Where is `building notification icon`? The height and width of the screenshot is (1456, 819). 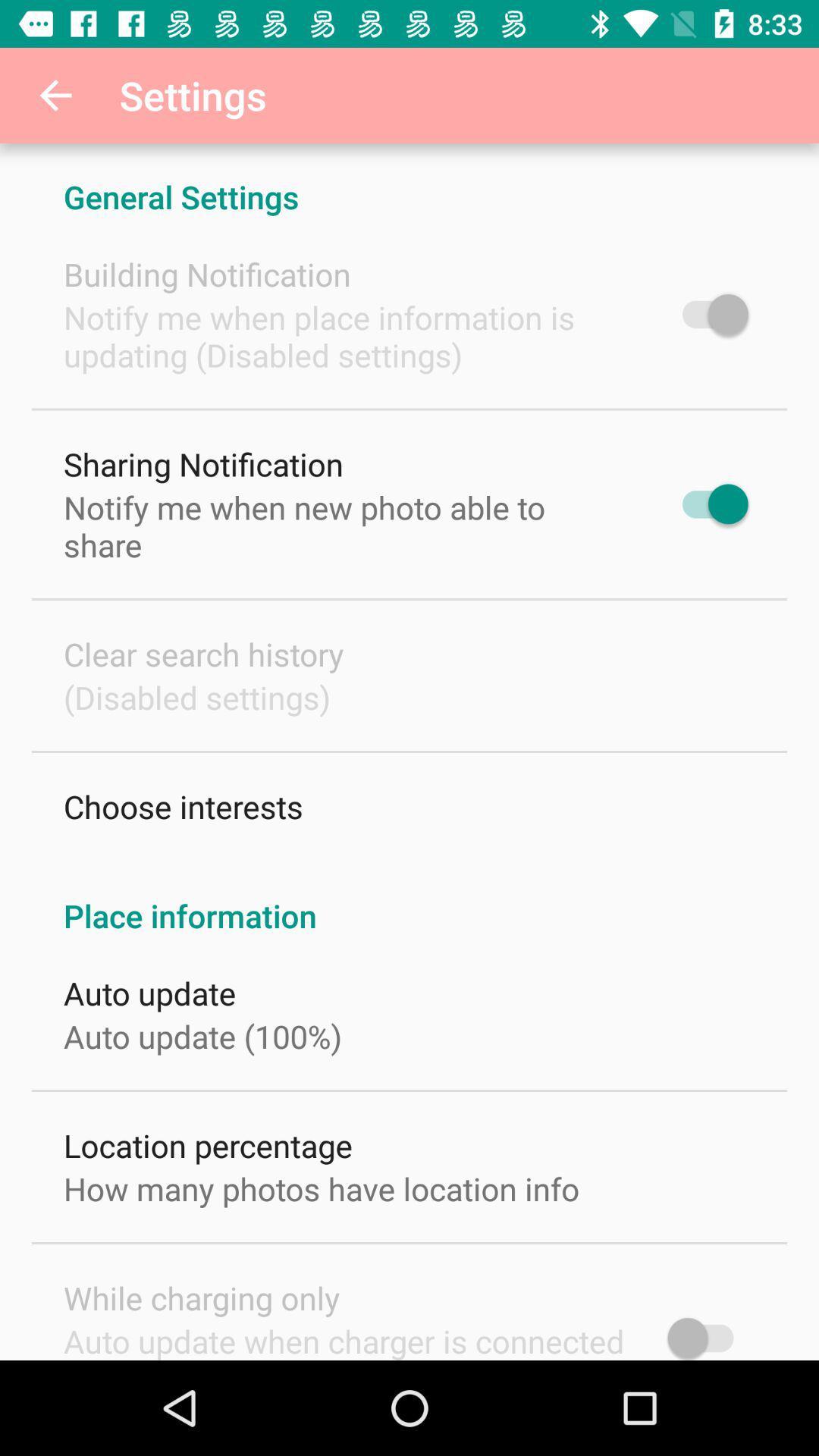
building notification icon is located at coordinates (207, 274).